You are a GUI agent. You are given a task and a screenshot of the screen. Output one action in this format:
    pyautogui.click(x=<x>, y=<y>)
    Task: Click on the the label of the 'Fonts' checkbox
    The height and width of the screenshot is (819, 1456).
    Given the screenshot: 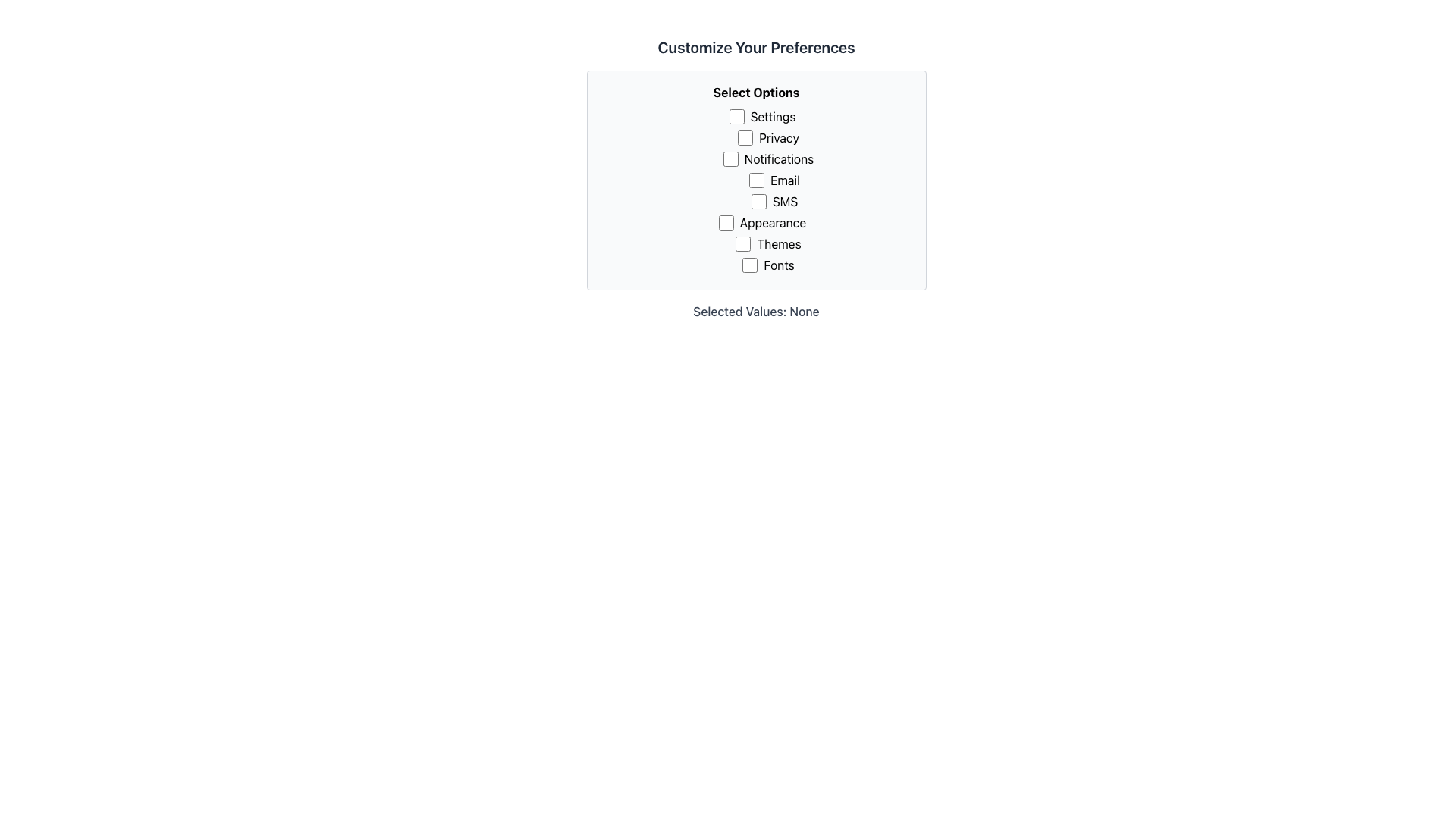 What is the action you would take?
    pyautogui.click(x=768, y=265)
    